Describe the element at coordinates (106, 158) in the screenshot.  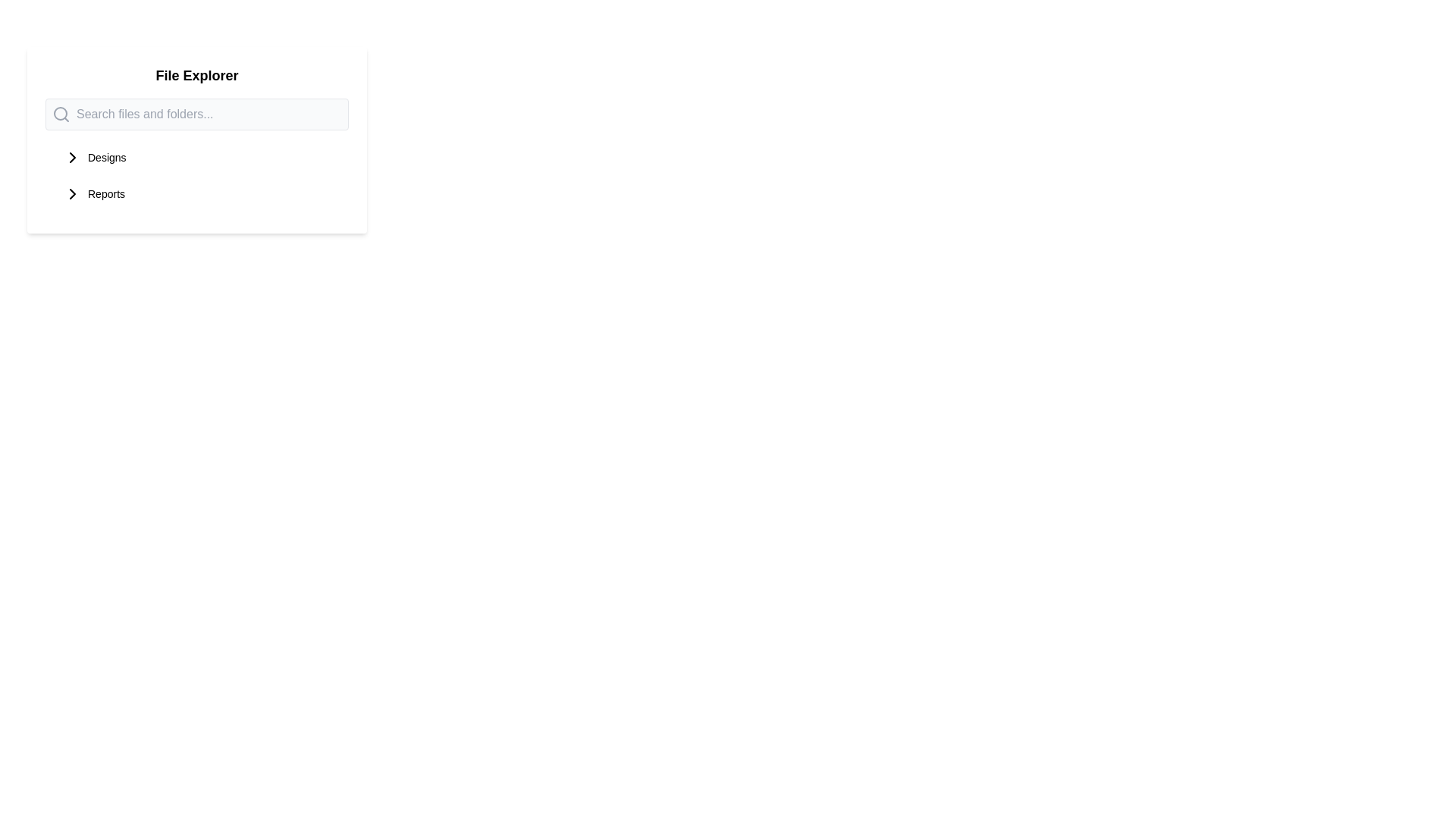
I see `the text element labeled 'Designs'` at that location.